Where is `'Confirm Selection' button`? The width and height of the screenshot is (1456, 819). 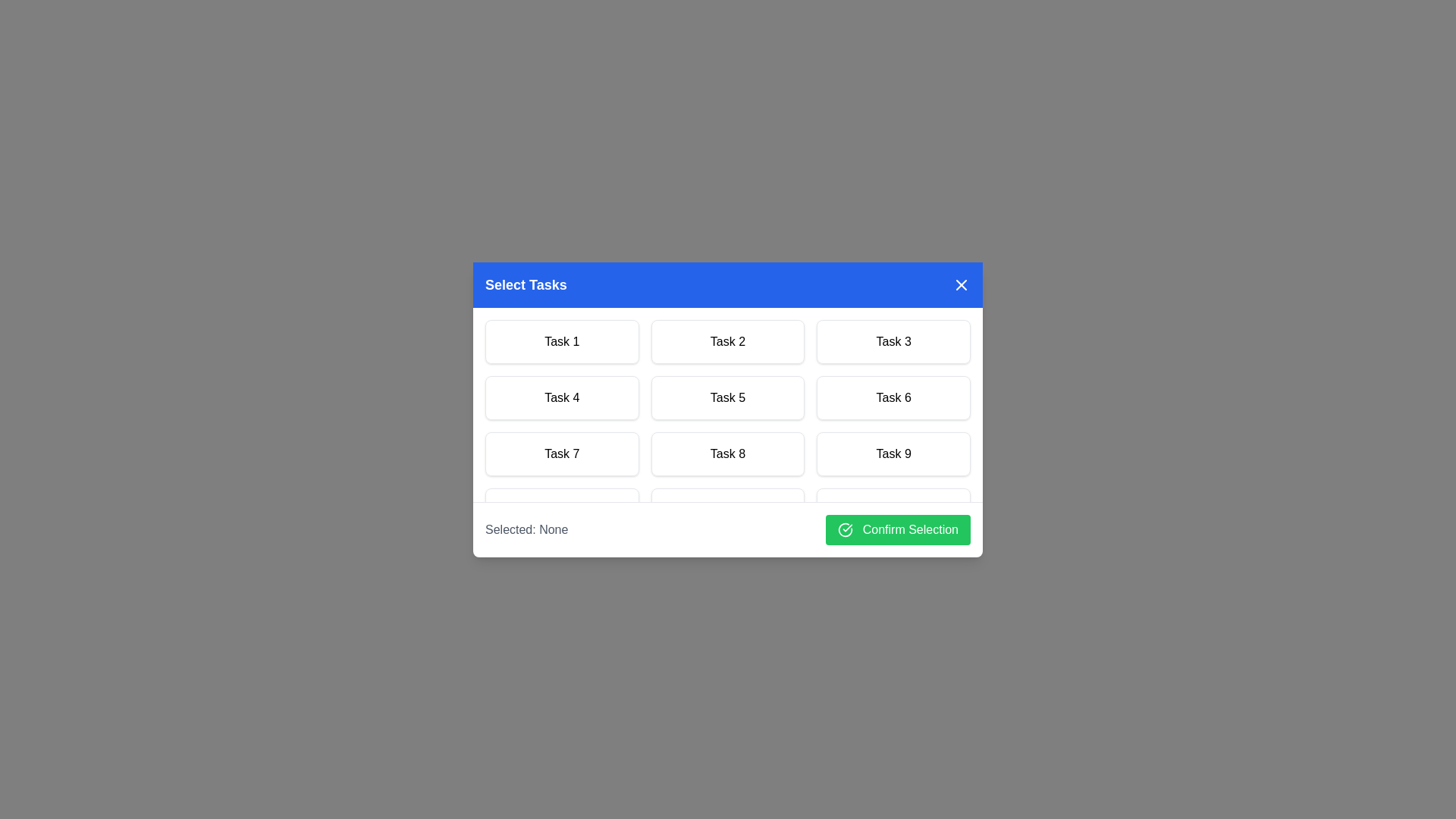 'Confirm Selection' button is located at coordinates (898, 529).